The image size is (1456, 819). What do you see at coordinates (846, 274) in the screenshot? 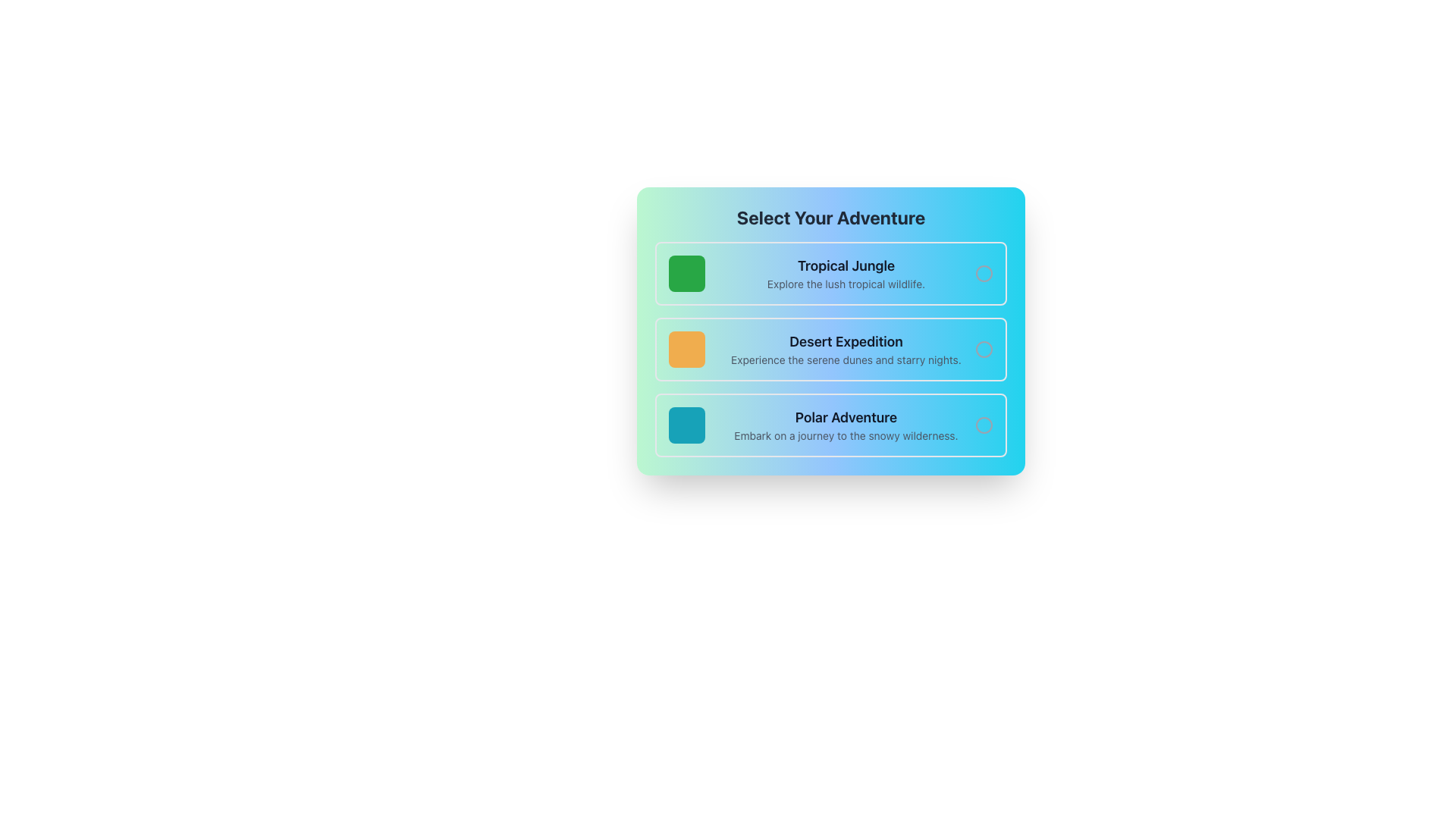
I see `textual content section that states 'Tropical Jungle' in bold and 'Explore the lush tropical wildlife' in smaller font, located centrally in a card-like selection panel` at bounding box center [846, 274].